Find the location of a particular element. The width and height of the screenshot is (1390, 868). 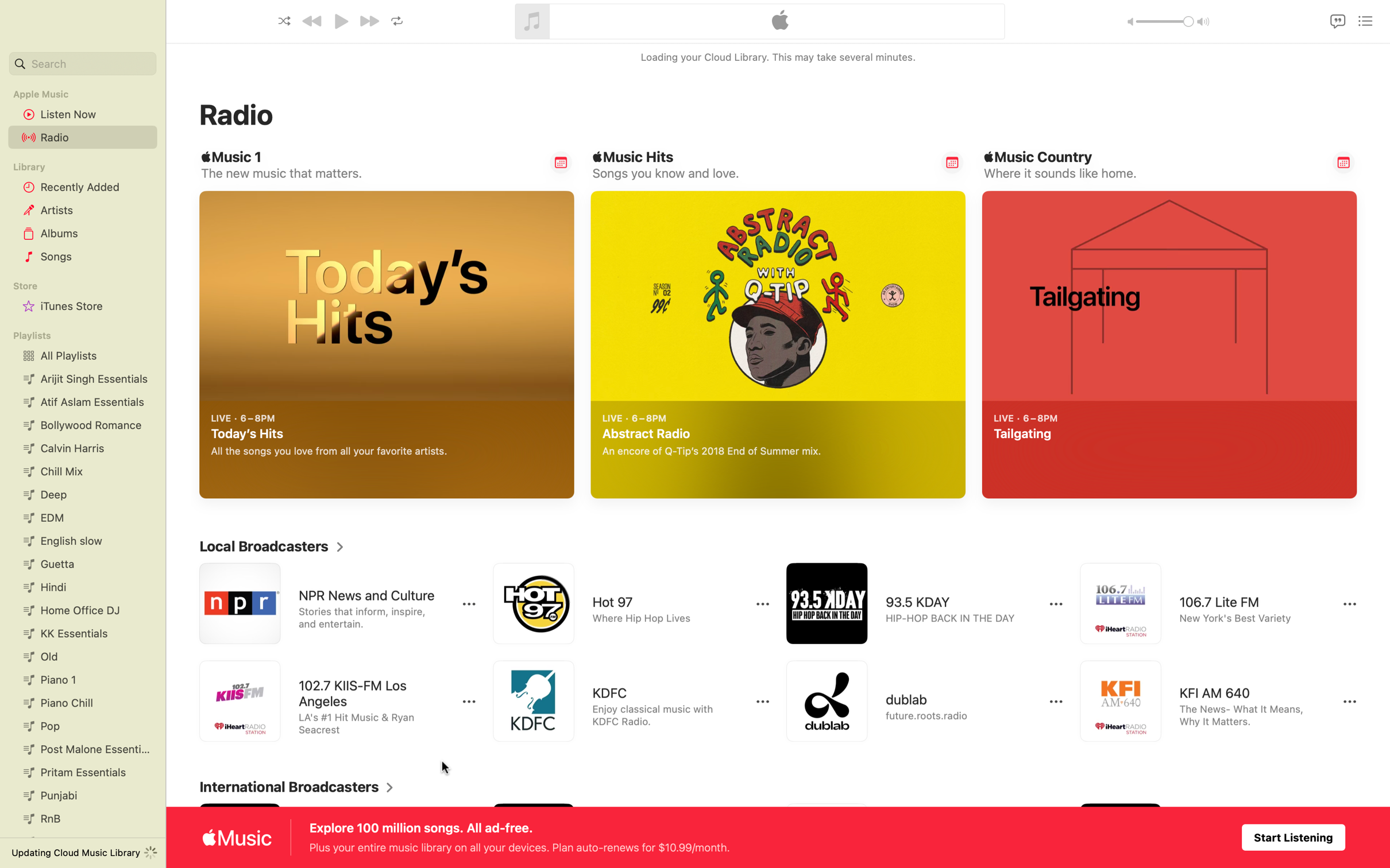

Listen to Dublab is located at coordinates (914, 701).